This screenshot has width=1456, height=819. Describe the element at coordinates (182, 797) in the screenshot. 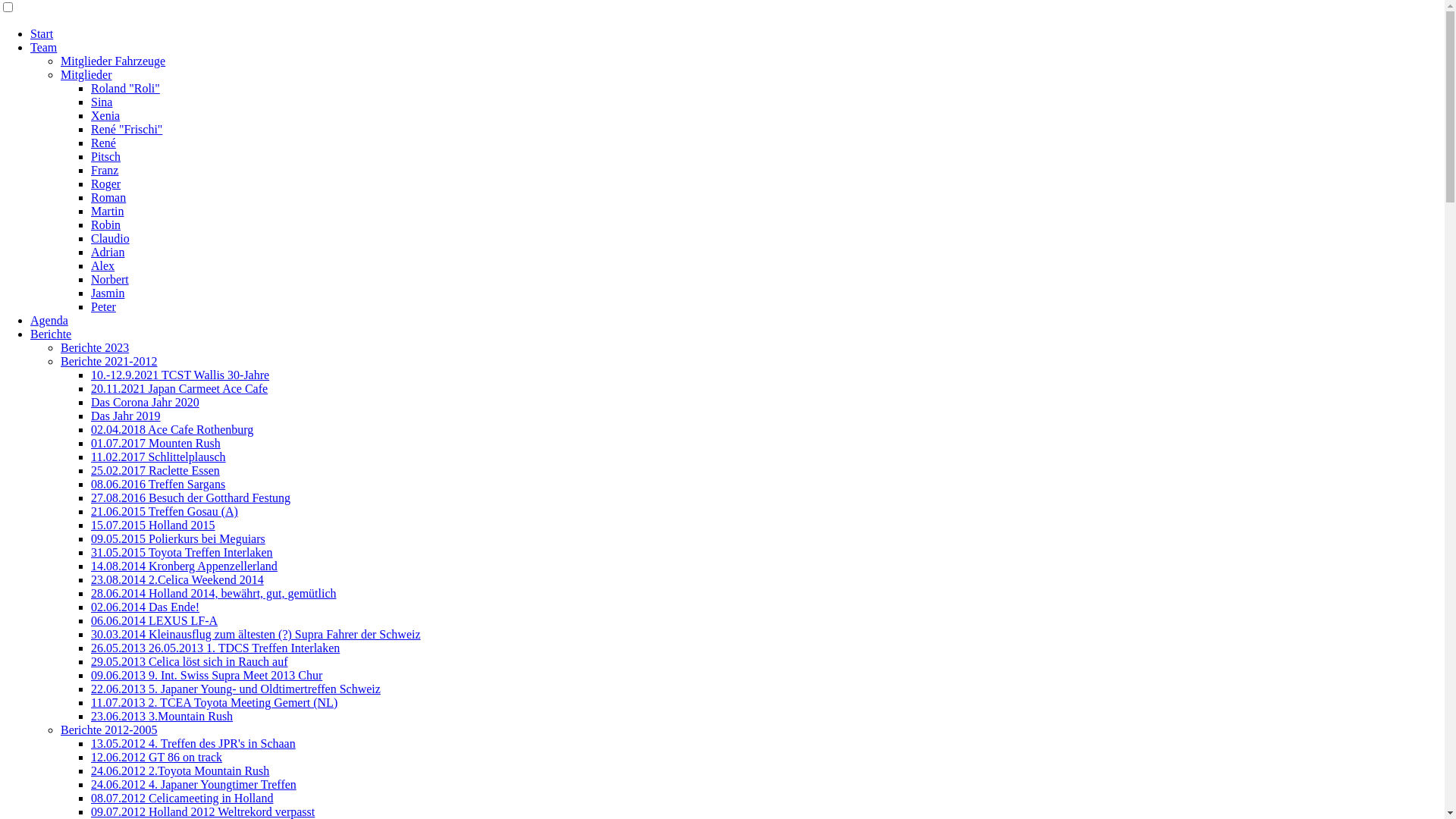

I see `'08.07.2012 Celicameeting in Holland'` at that location.